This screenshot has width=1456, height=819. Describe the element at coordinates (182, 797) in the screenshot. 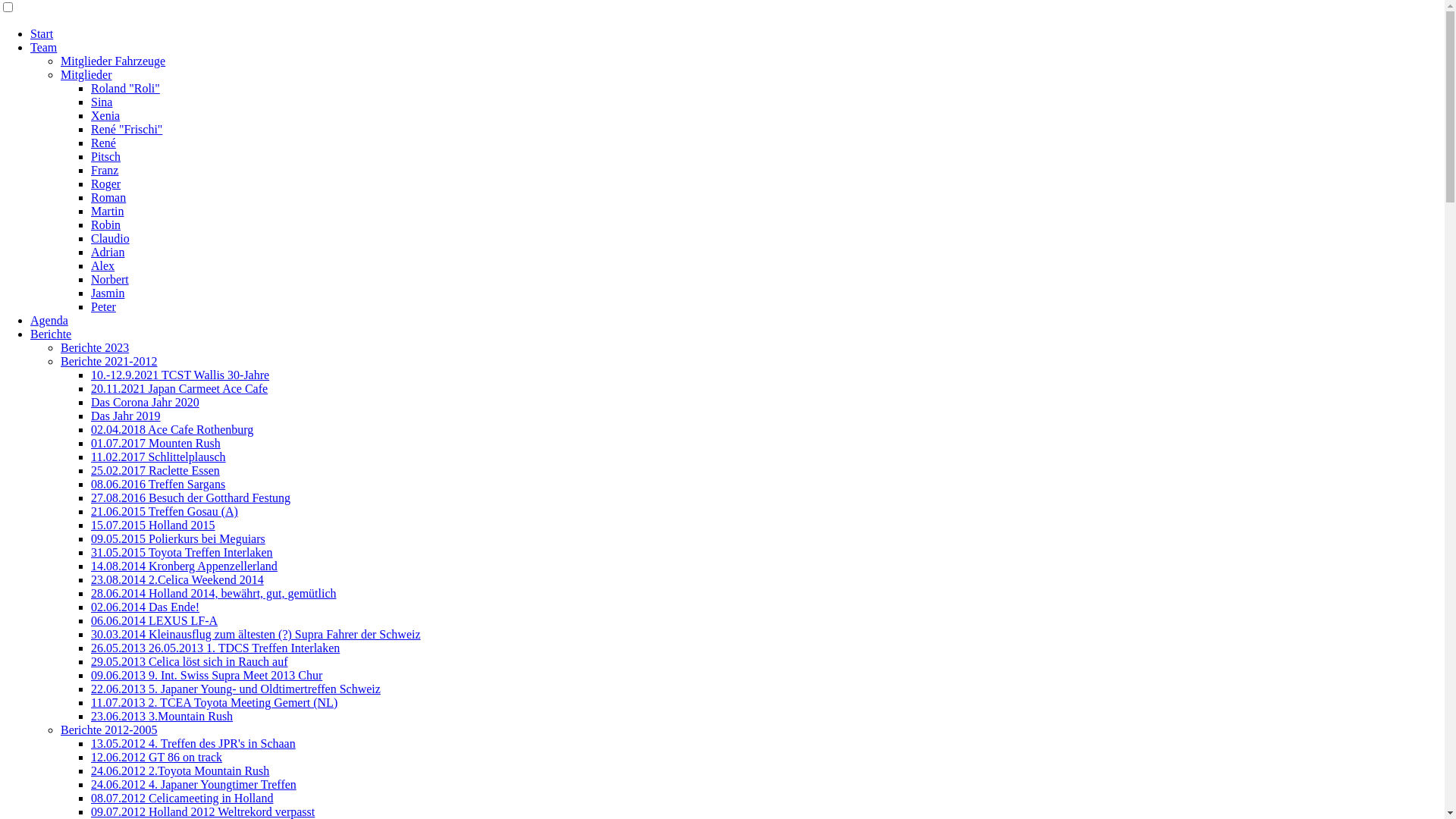

I see `'08.07.2012 Celicameeting in Holland'` at that location.